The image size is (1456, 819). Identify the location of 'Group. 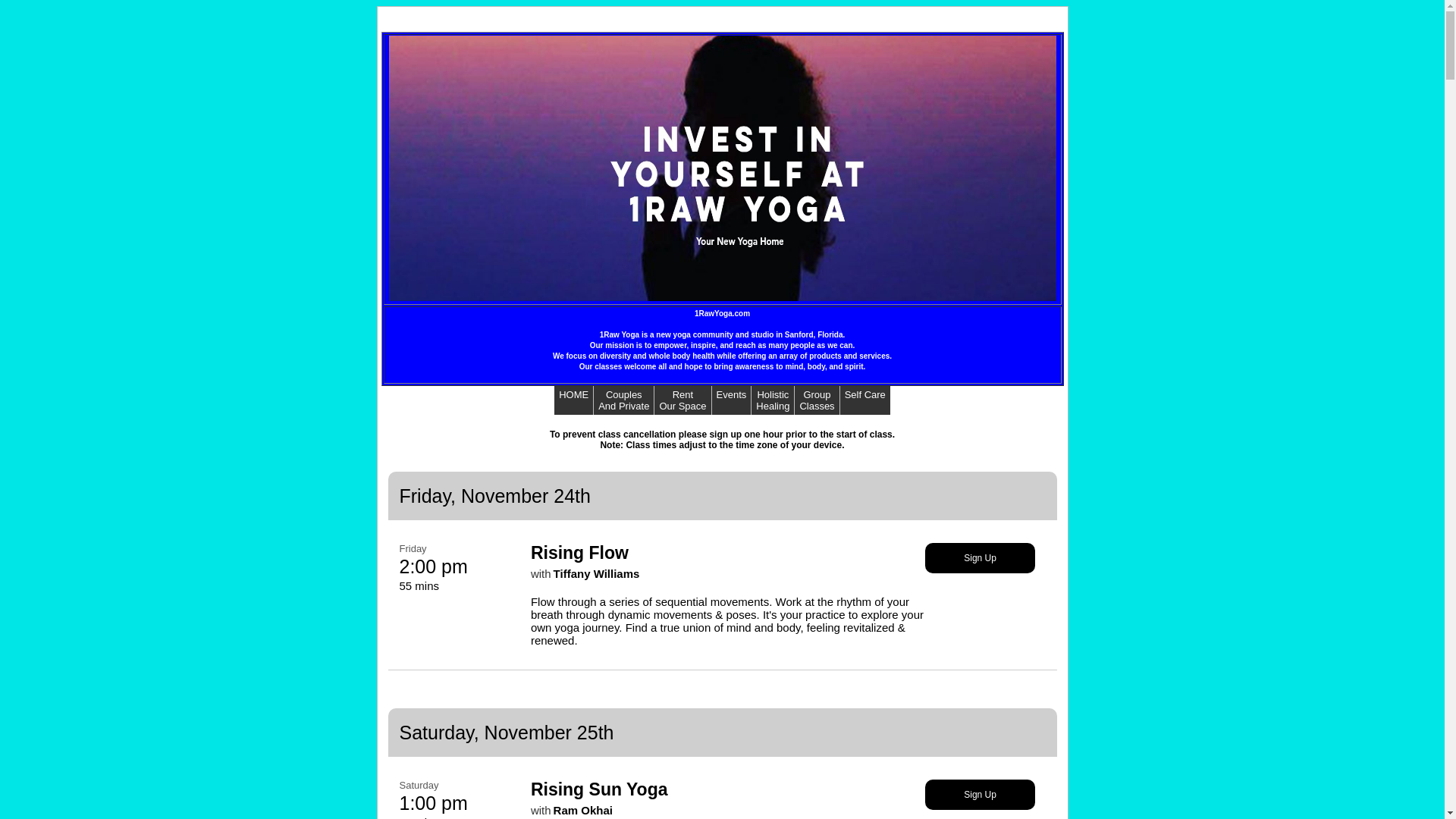
(793, 400).